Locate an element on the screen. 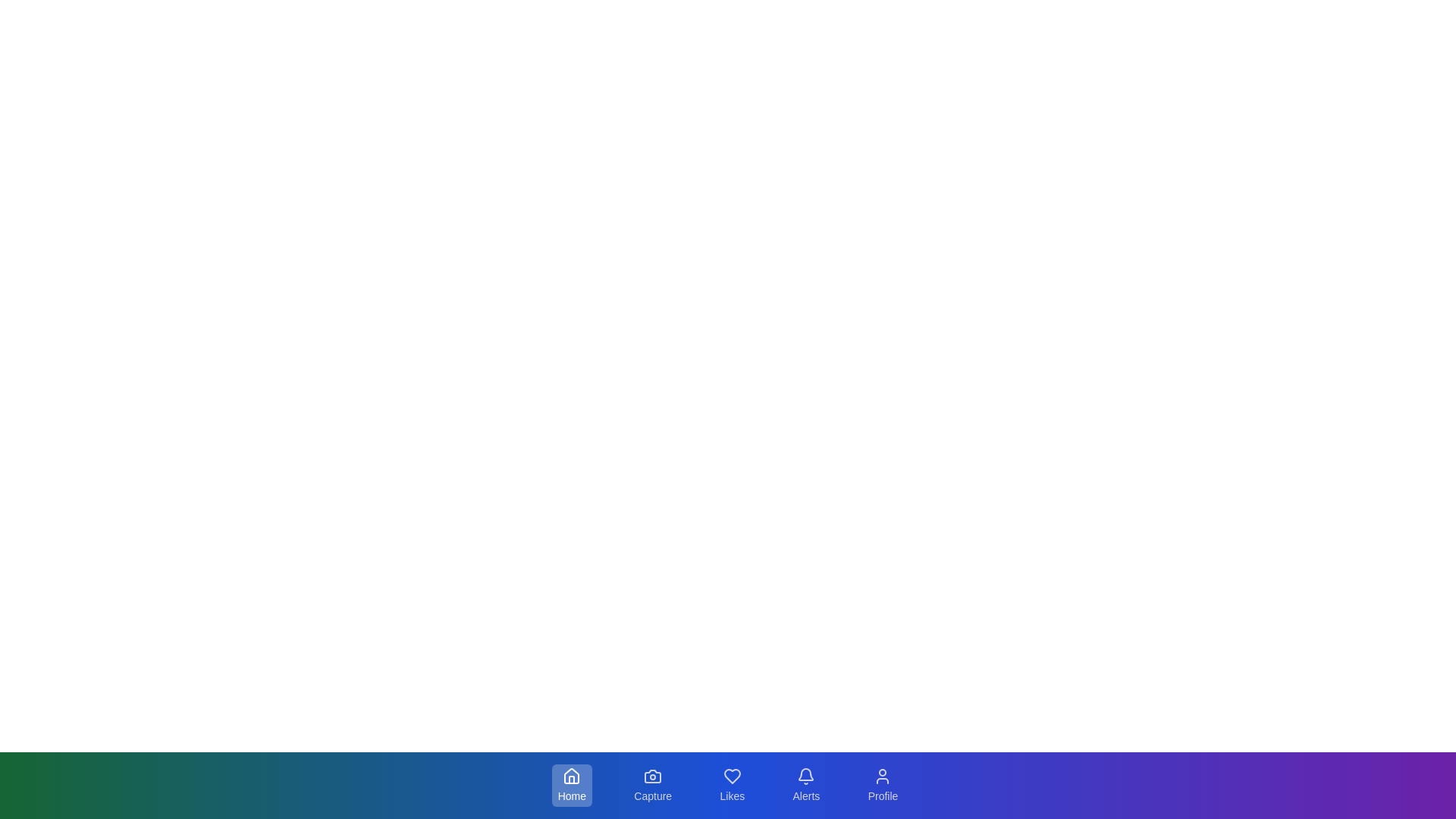 The width and height of the screenshot is (1456, 819). the Likes tab in the bottom navigation bar is located at coordinates (731, 785).